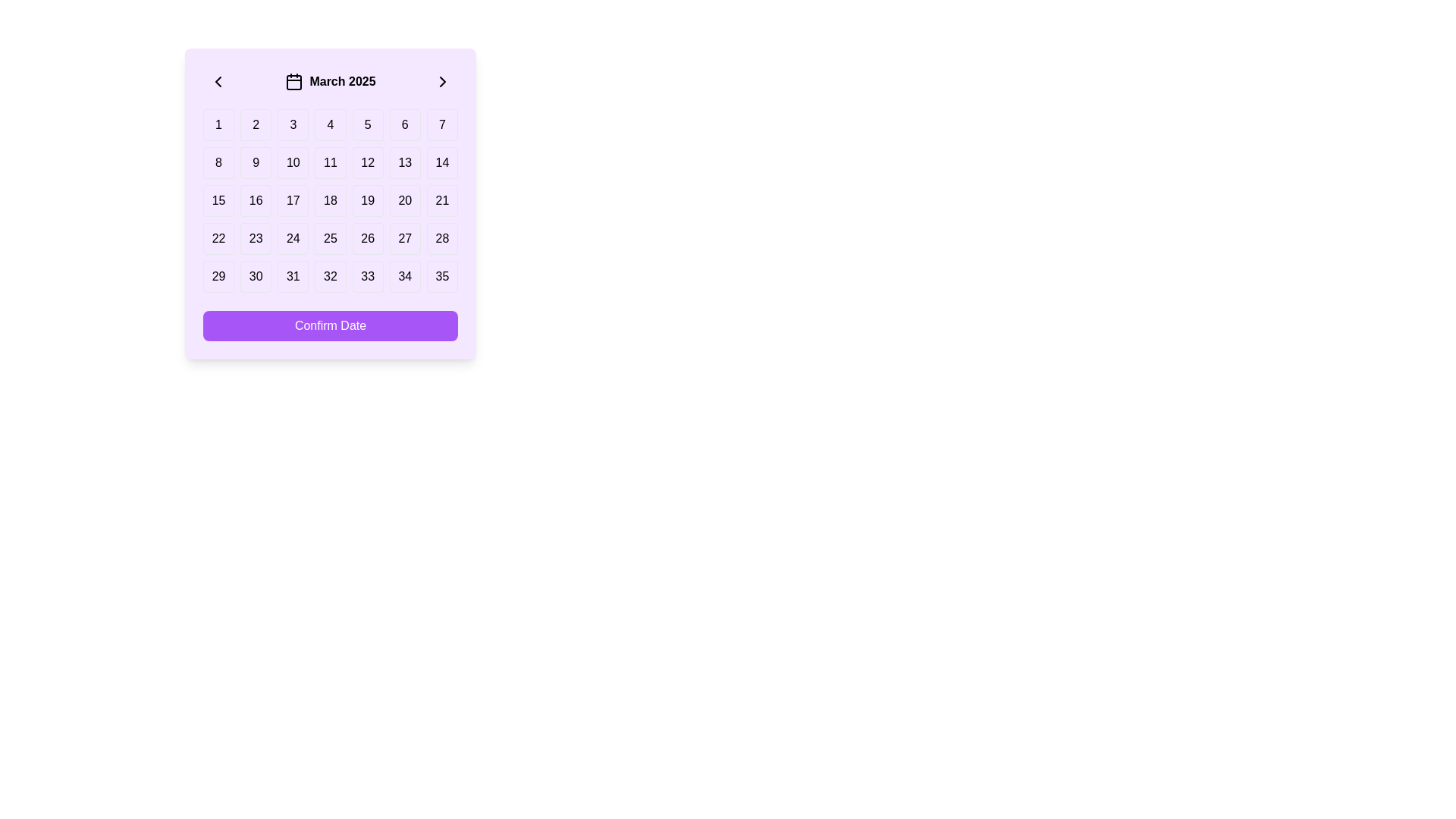 The height and width of the screenshot is (819, 1456). What do you see at coordinates (330, 163) in the screenshot?
I see `the selectable date button located in the second cell of the second row of the date picker grid` at bounding box center [330, 163].